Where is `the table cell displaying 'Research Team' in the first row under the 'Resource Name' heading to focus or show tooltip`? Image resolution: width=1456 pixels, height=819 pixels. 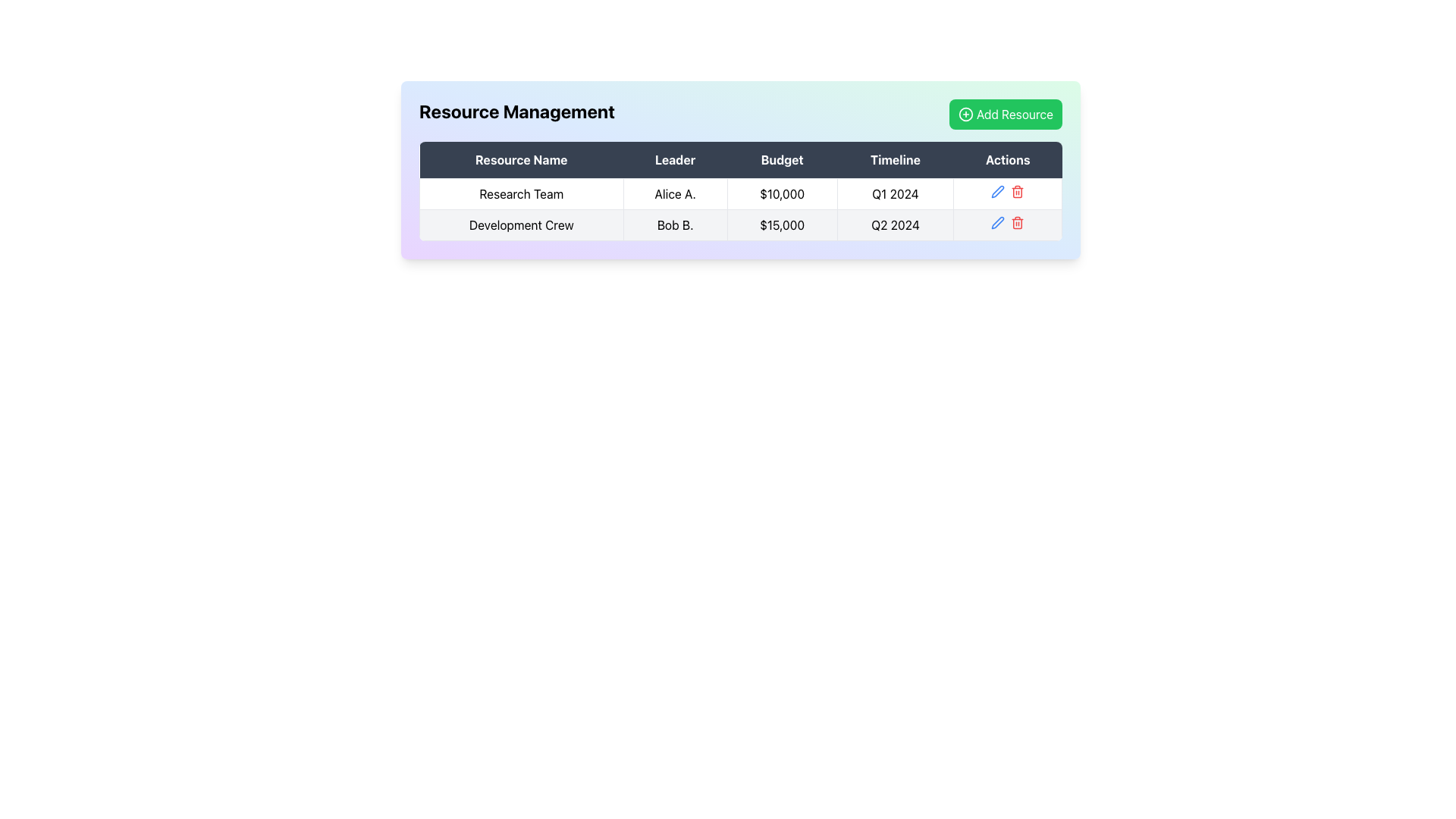
the table cell displaying 'Research Team' in the first row under the 'Resource Name' heading to focus or show tooltip is located at coordinates (521, 193).